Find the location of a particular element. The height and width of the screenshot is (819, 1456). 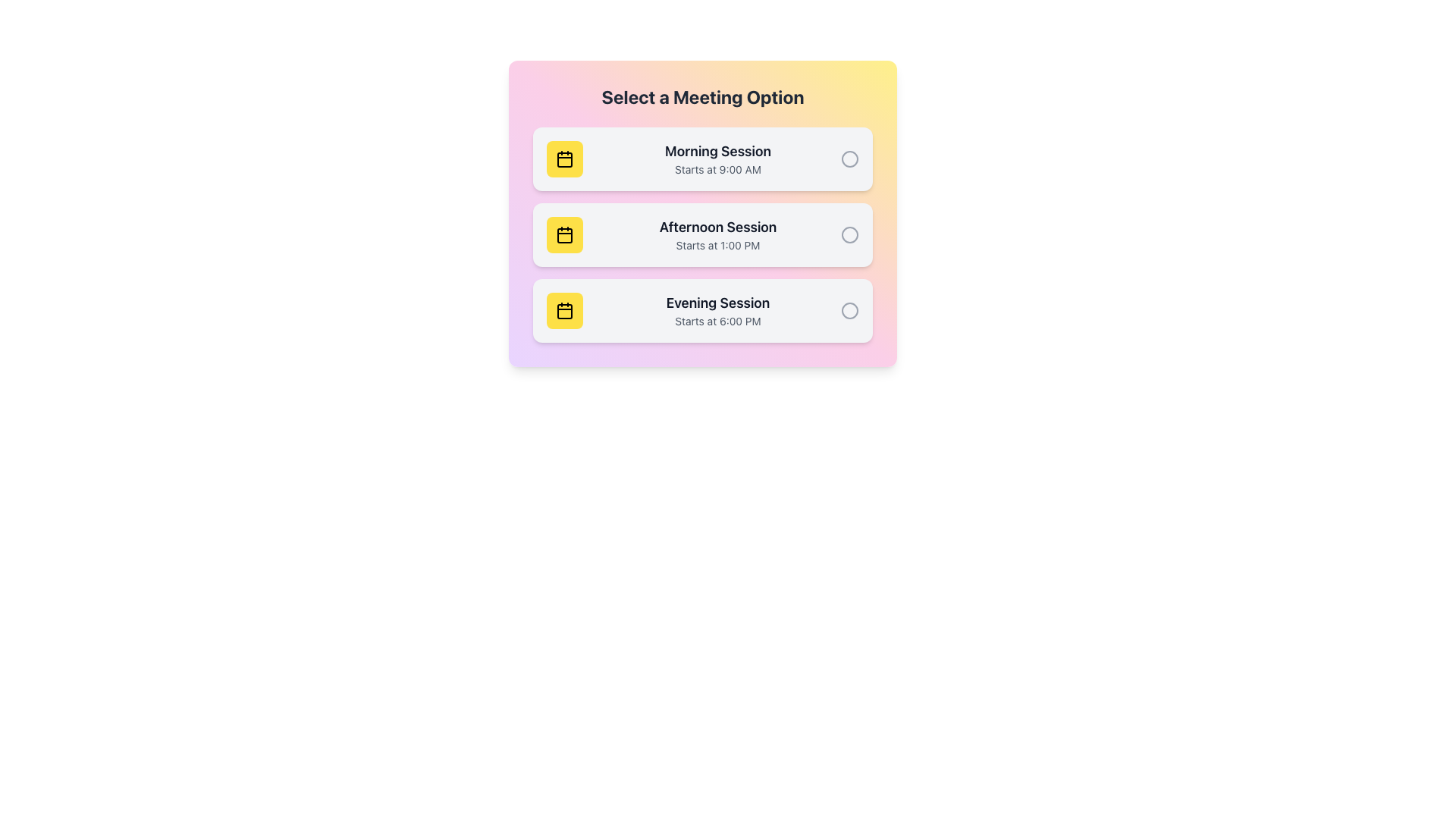

the second selection card for the afternoon session starting at 1:00 PM is located at coordinates (701, 213).